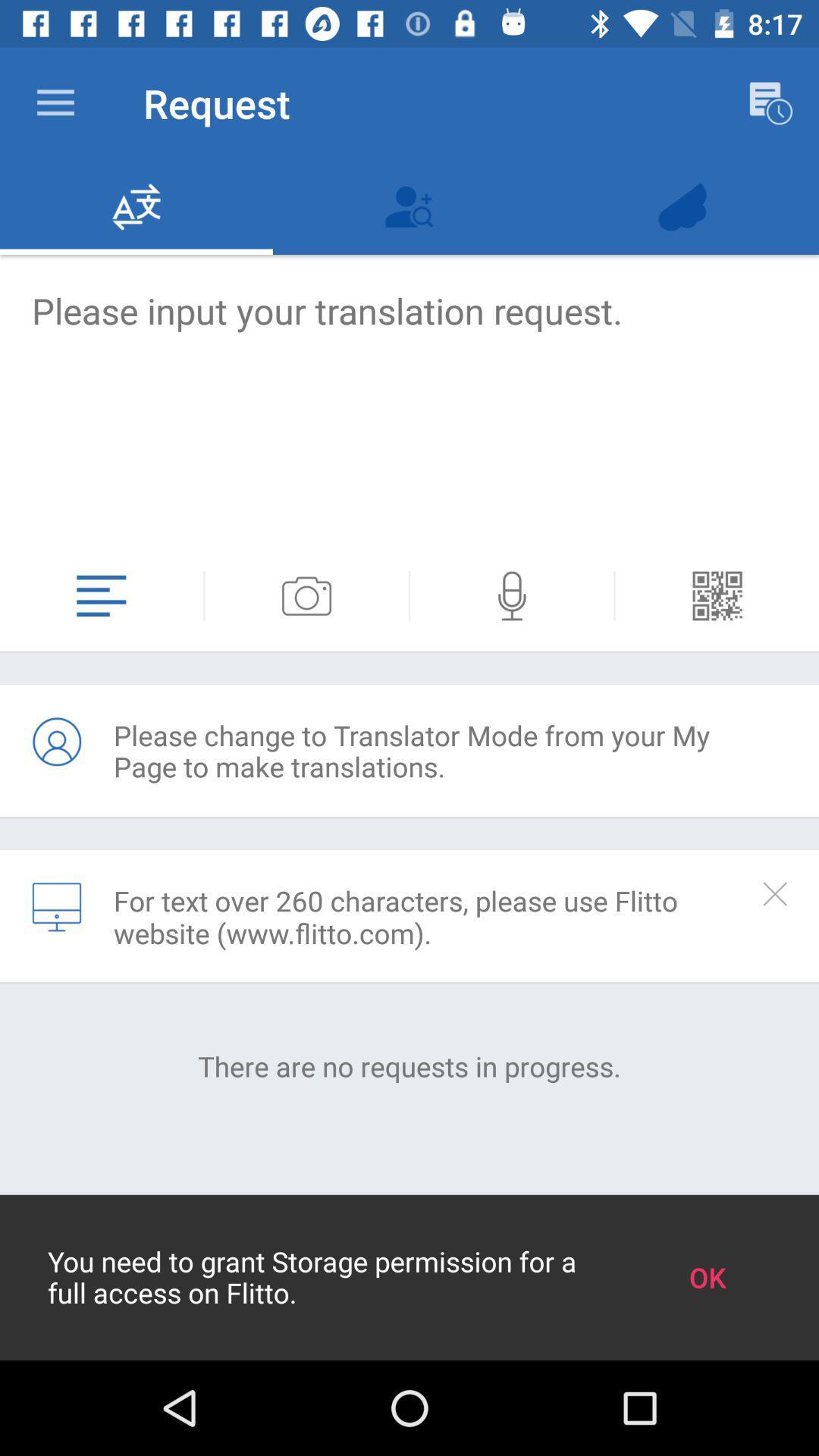 This screenshot has width=819, height=1456. What do you see at coordinates (717, 595) in the screenshot?
I see `the icon above the please change to item` at bounding box center [717, 595].